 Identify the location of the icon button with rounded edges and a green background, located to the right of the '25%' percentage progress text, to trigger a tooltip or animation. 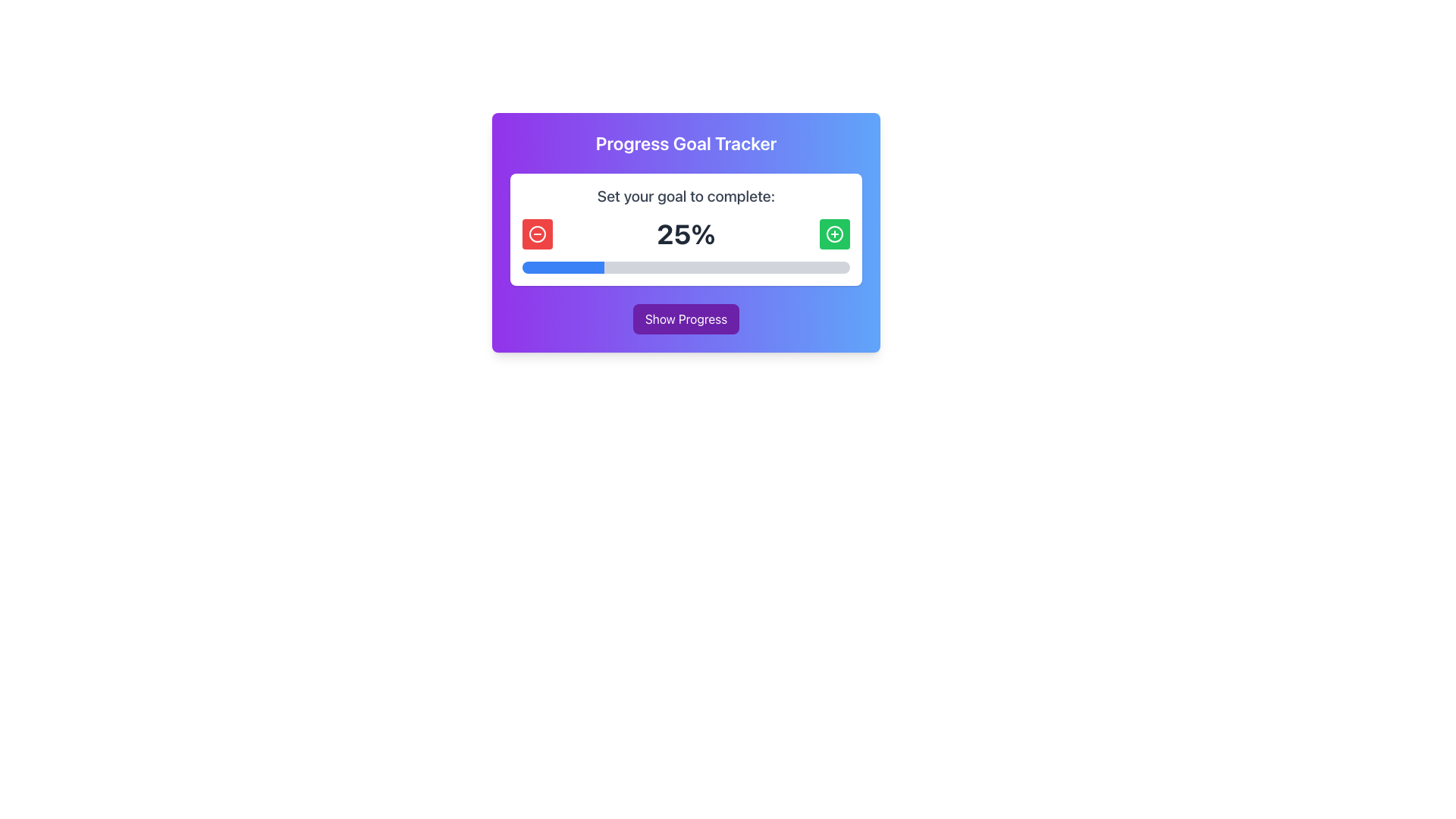
(833, 234).